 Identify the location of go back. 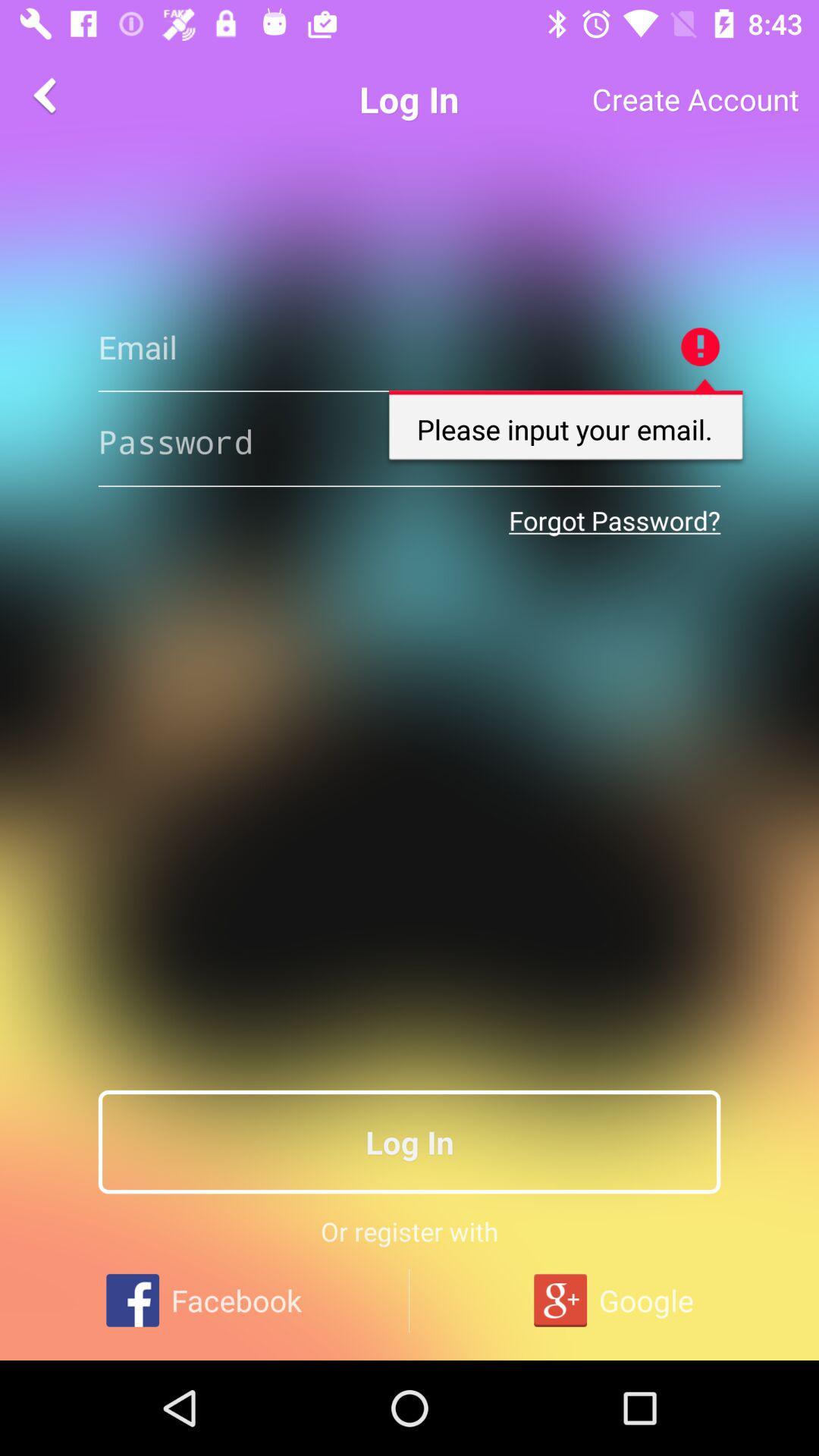
(46, 94).